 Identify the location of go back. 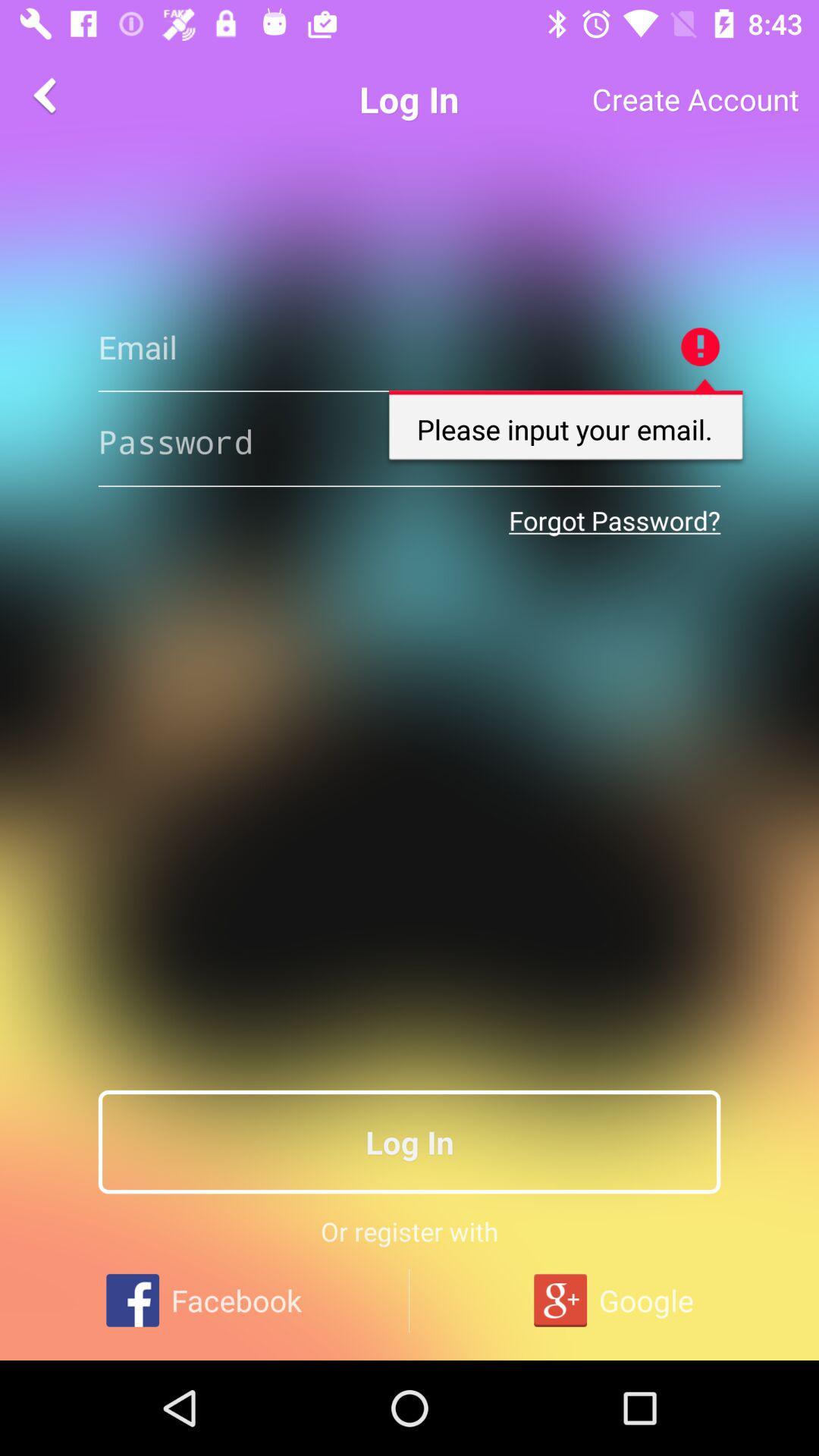
(46, 94).